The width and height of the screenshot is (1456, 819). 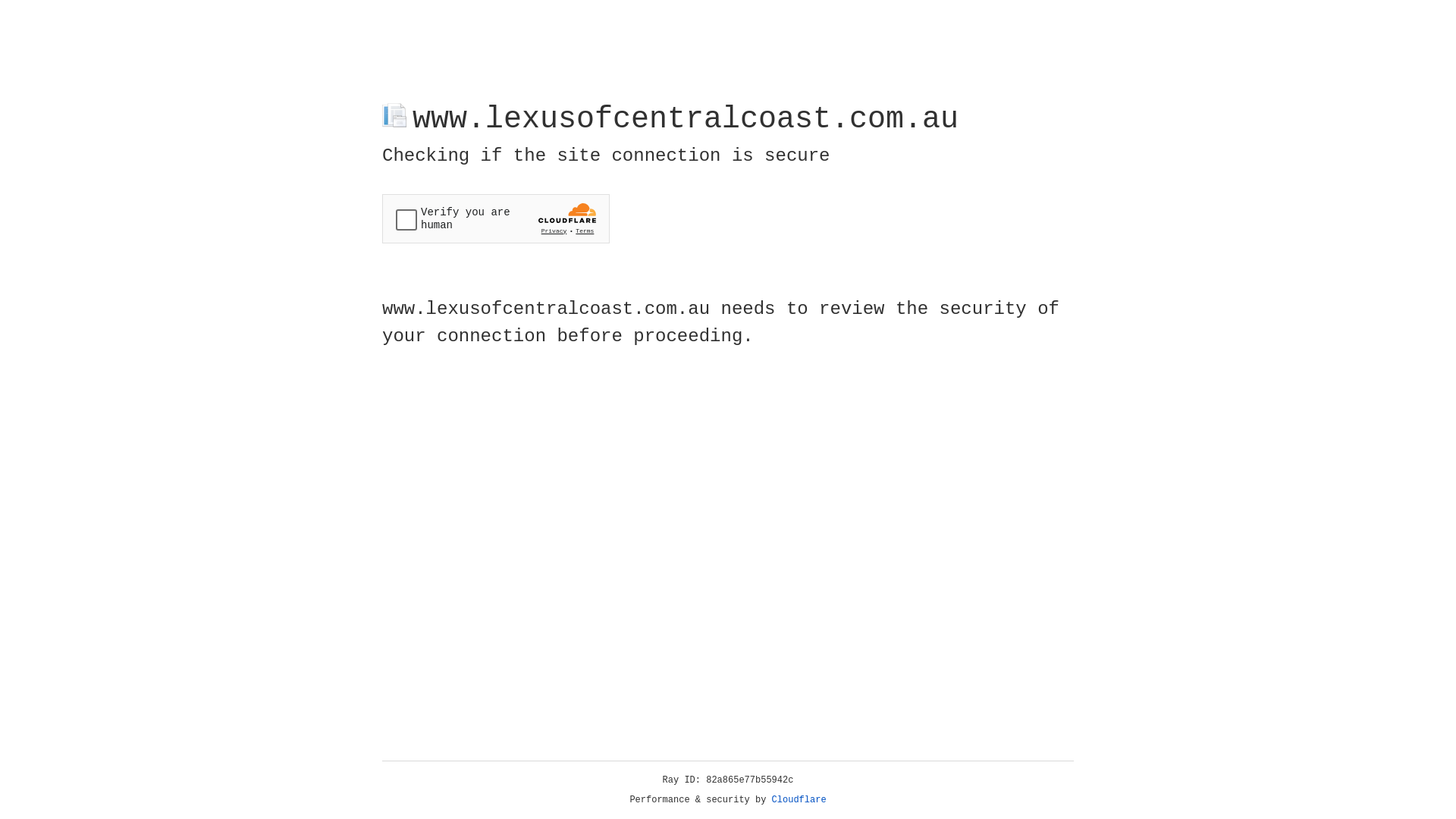 What do you see at coordinates (495, 218) in the screenshot?
I see `'Widget containing a Cloudflare security challenge'` at bounding box center [495, 218].